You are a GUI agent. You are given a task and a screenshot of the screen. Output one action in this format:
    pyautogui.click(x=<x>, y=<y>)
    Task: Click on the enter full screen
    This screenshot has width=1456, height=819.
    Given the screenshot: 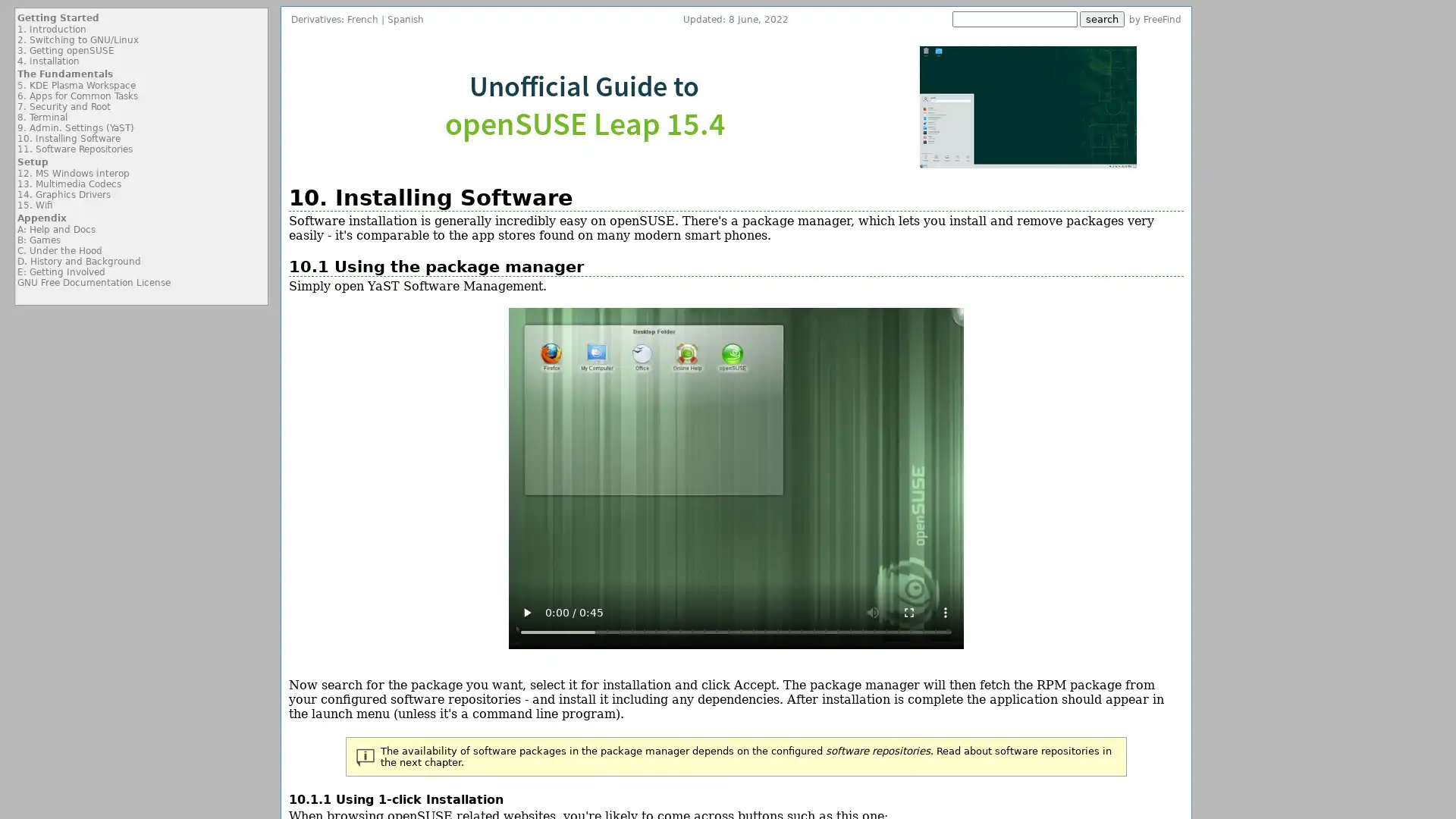 What is the action you would take?
    pyautogui.click(x=908, y=611)
    